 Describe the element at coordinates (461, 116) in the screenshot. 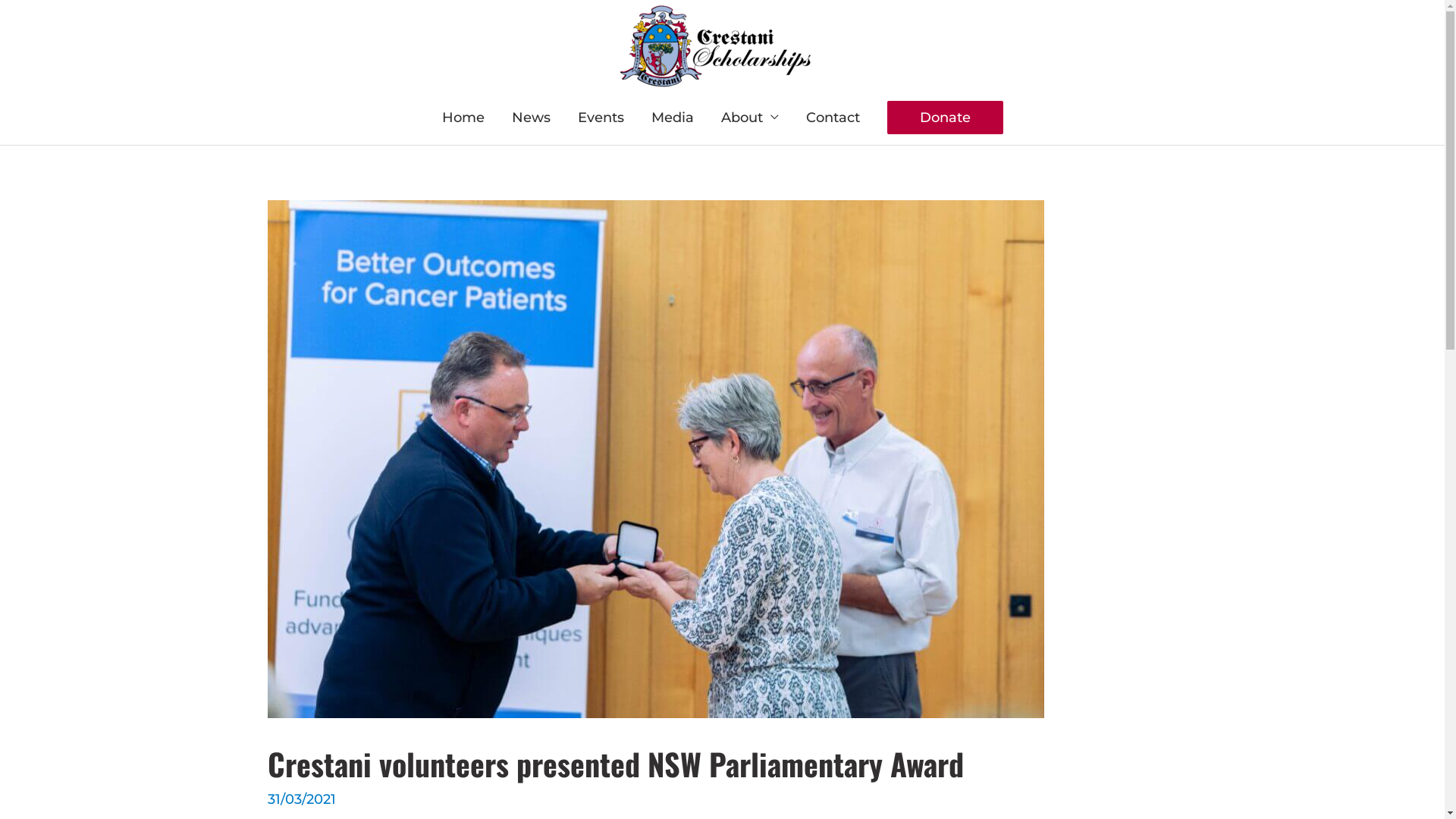

I see `'Home'` at that location.